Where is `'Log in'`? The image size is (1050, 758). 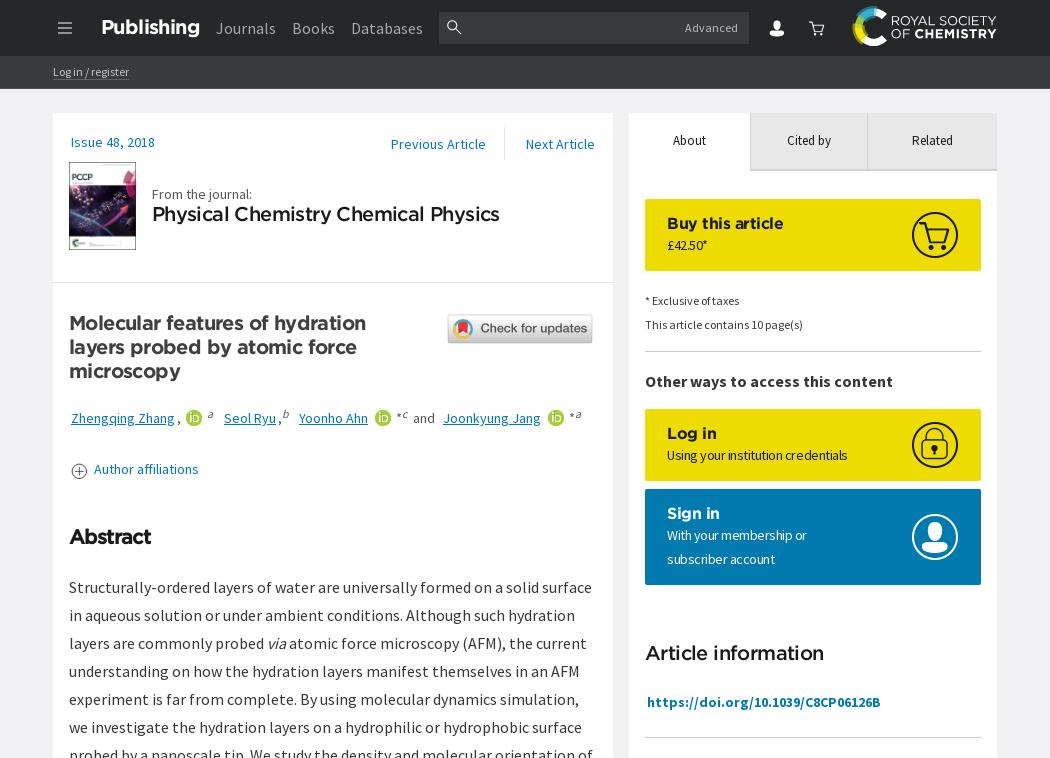 'Log in' is located at coordinates (691, 431).